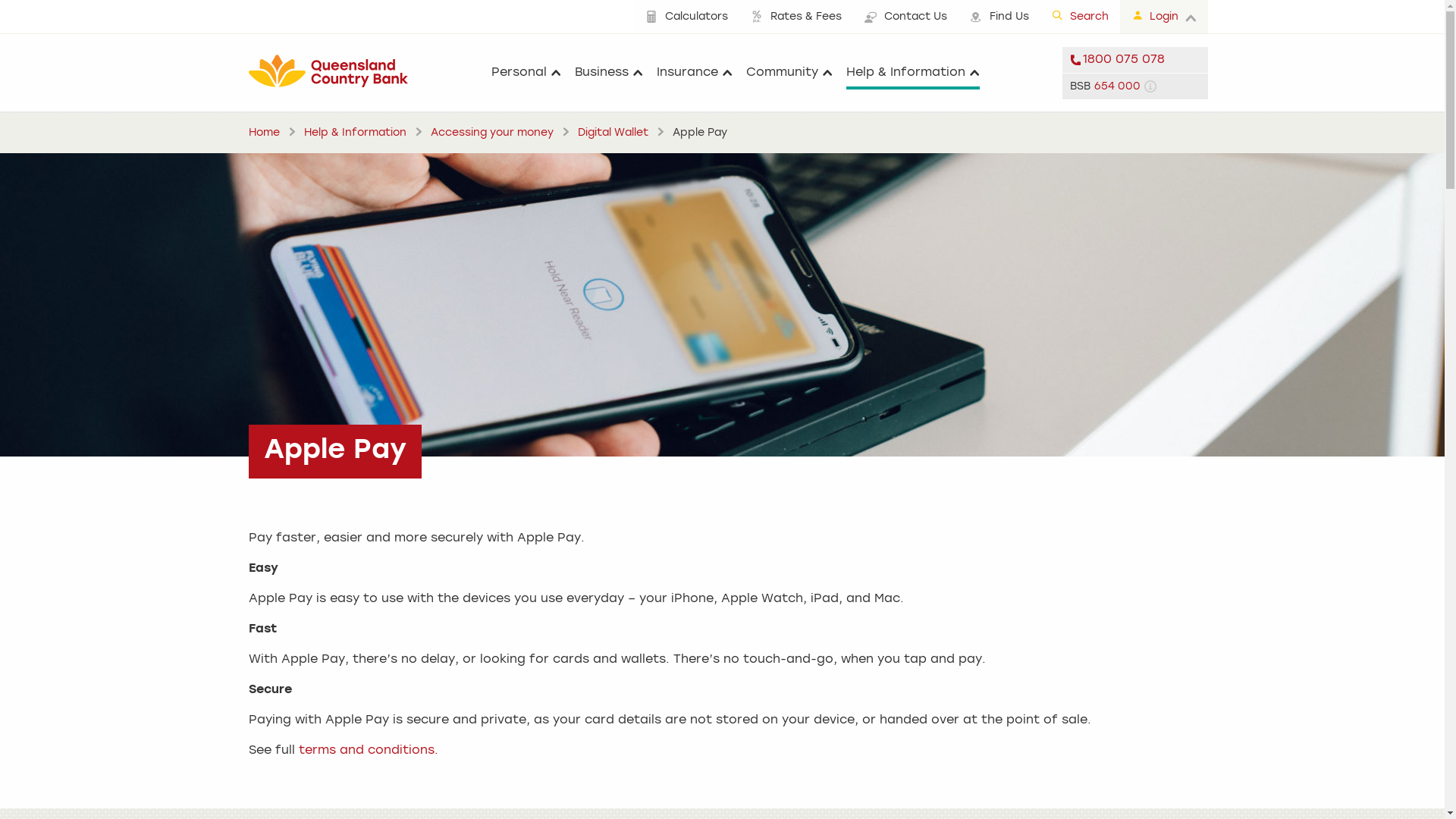  Describe the element at coordinates (789, 73) in the screenshot. I see `'Community'` at that location.